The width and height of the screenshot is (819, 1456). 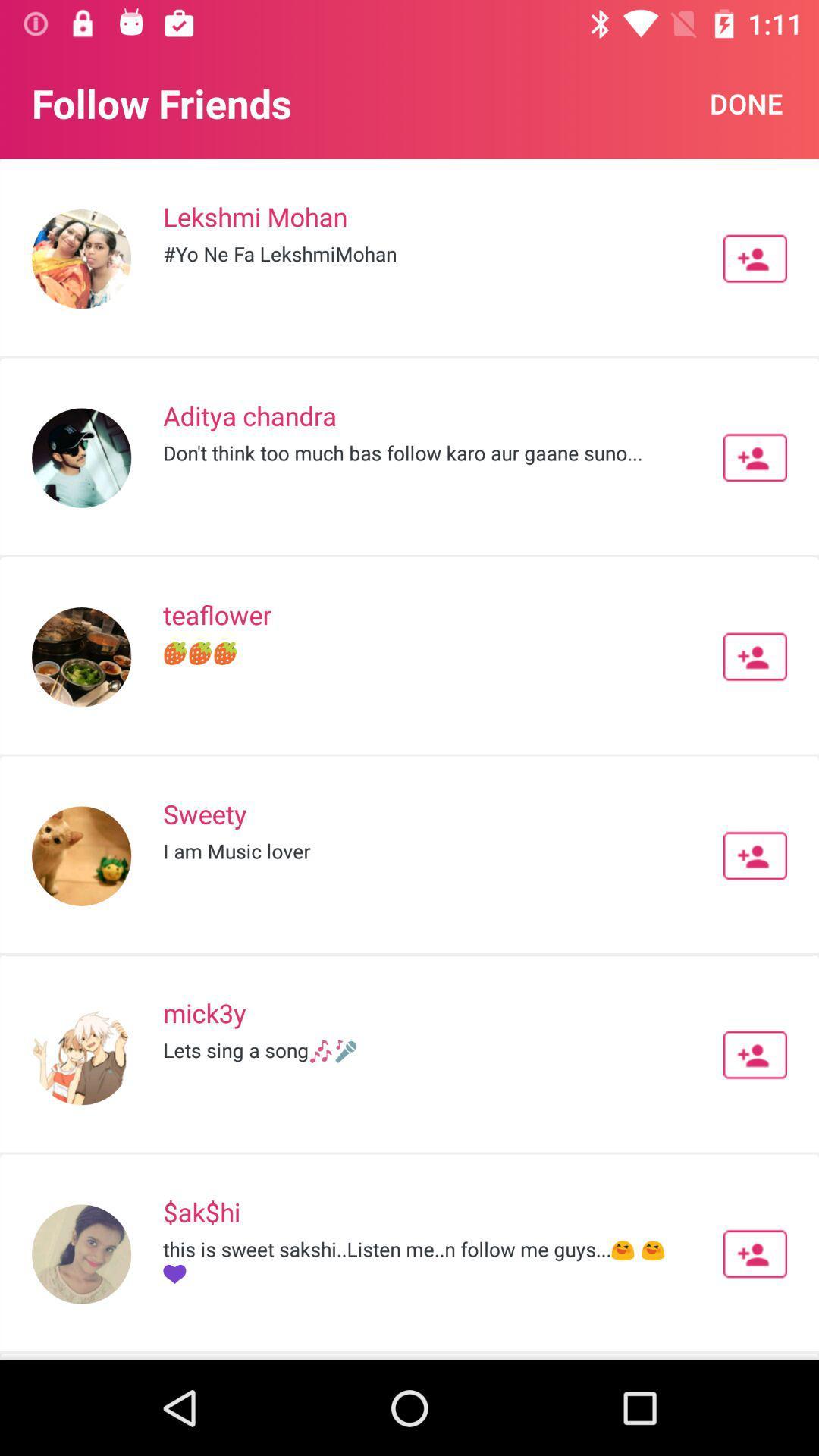 What do you see at coordinates (755, 1254) in the screenshot?
I see `friend` at bounding box center [755, 1254].